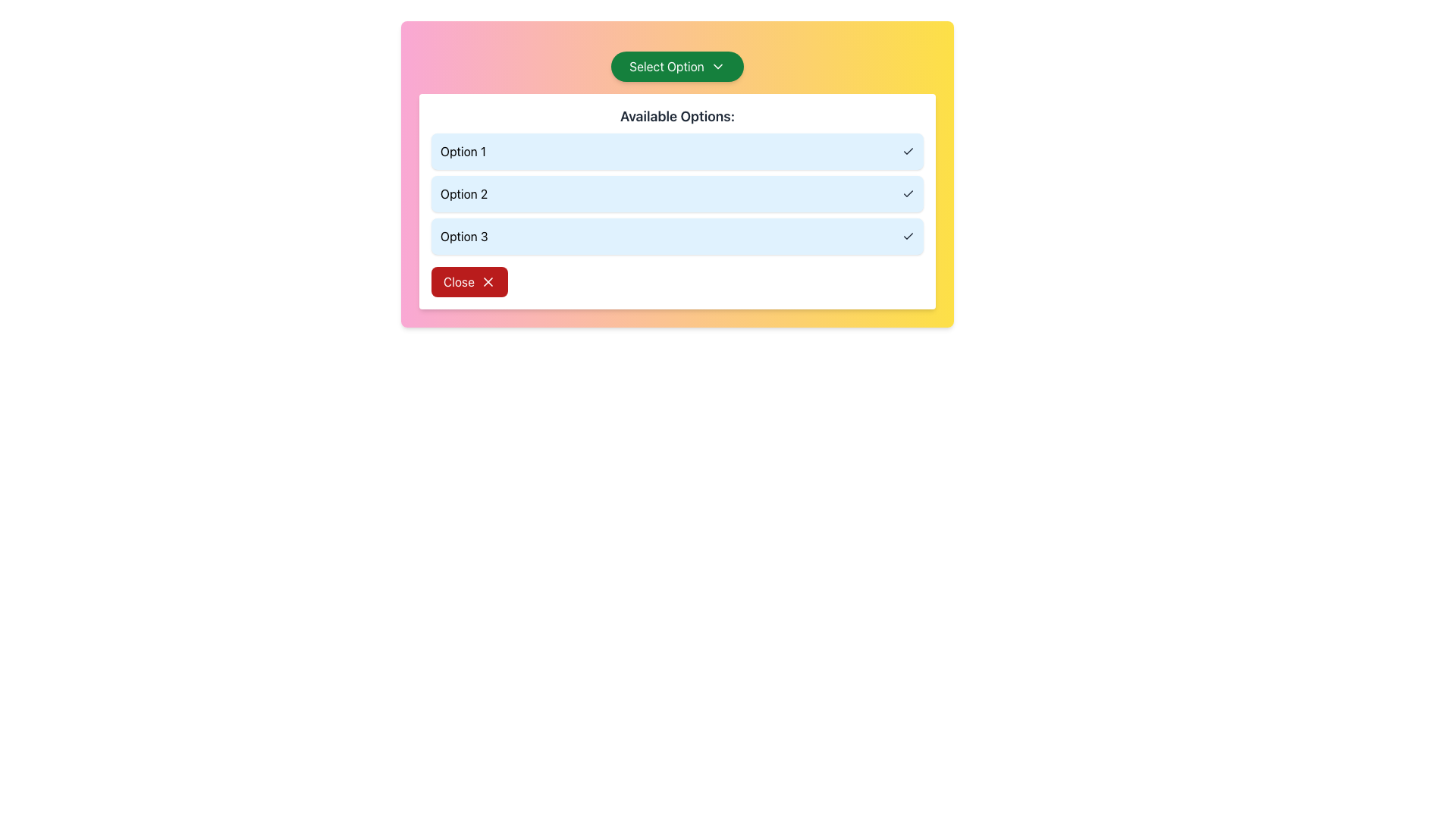 Image resolution: width=1456 pixels, height=819 pixels. What do you see at coordinates (676, 237) in the screenshot?
I see `the third option labeled 'Option 3' in the dropdown-like menu` at bounding box center [676, 237].